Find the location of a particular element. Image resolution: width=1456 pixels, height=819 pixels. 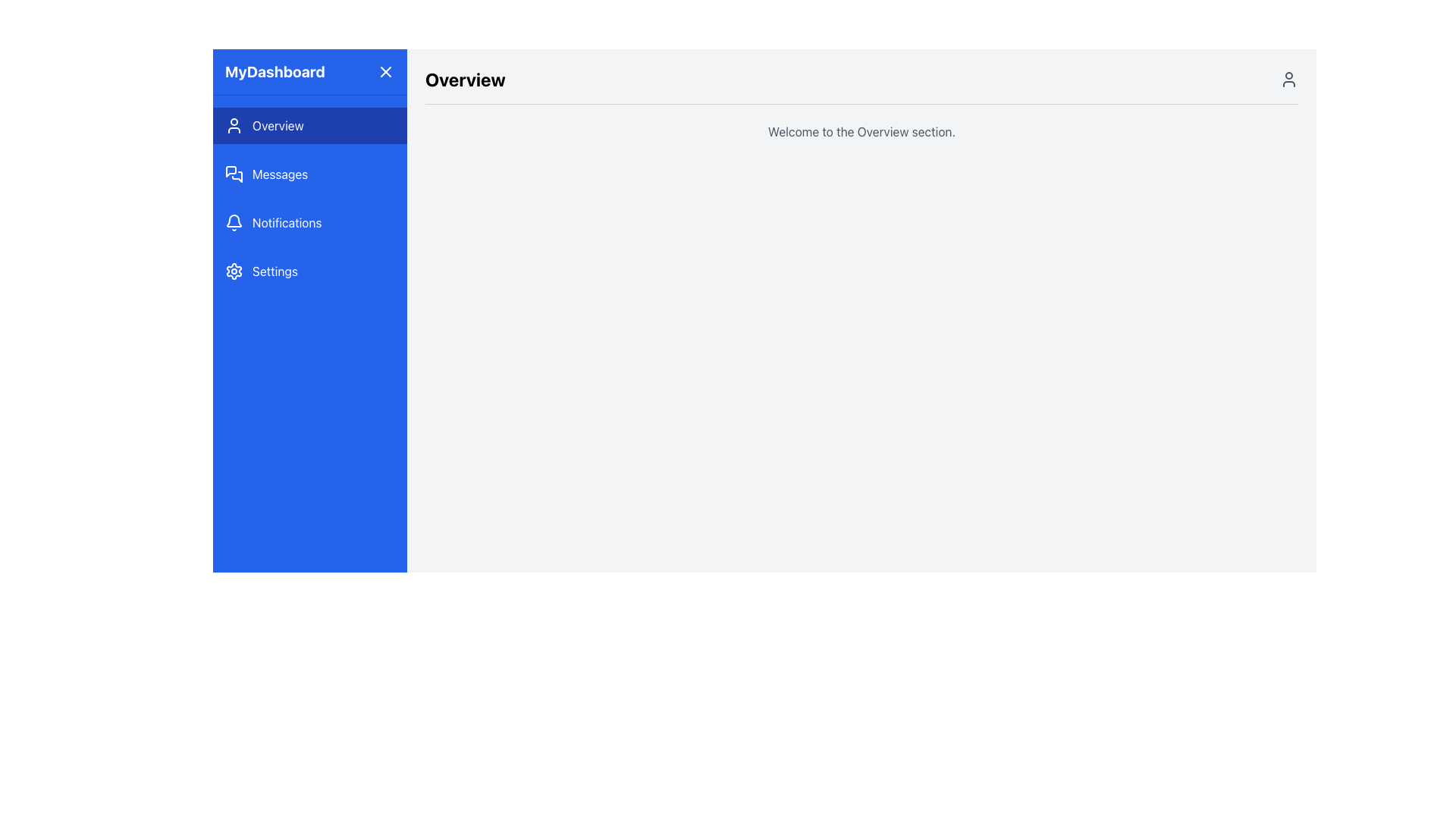

the cogwheel icon in the left navigation bar, which represents the settings menu and is located in the fourth position from the top is located at coordinates (233, 271).